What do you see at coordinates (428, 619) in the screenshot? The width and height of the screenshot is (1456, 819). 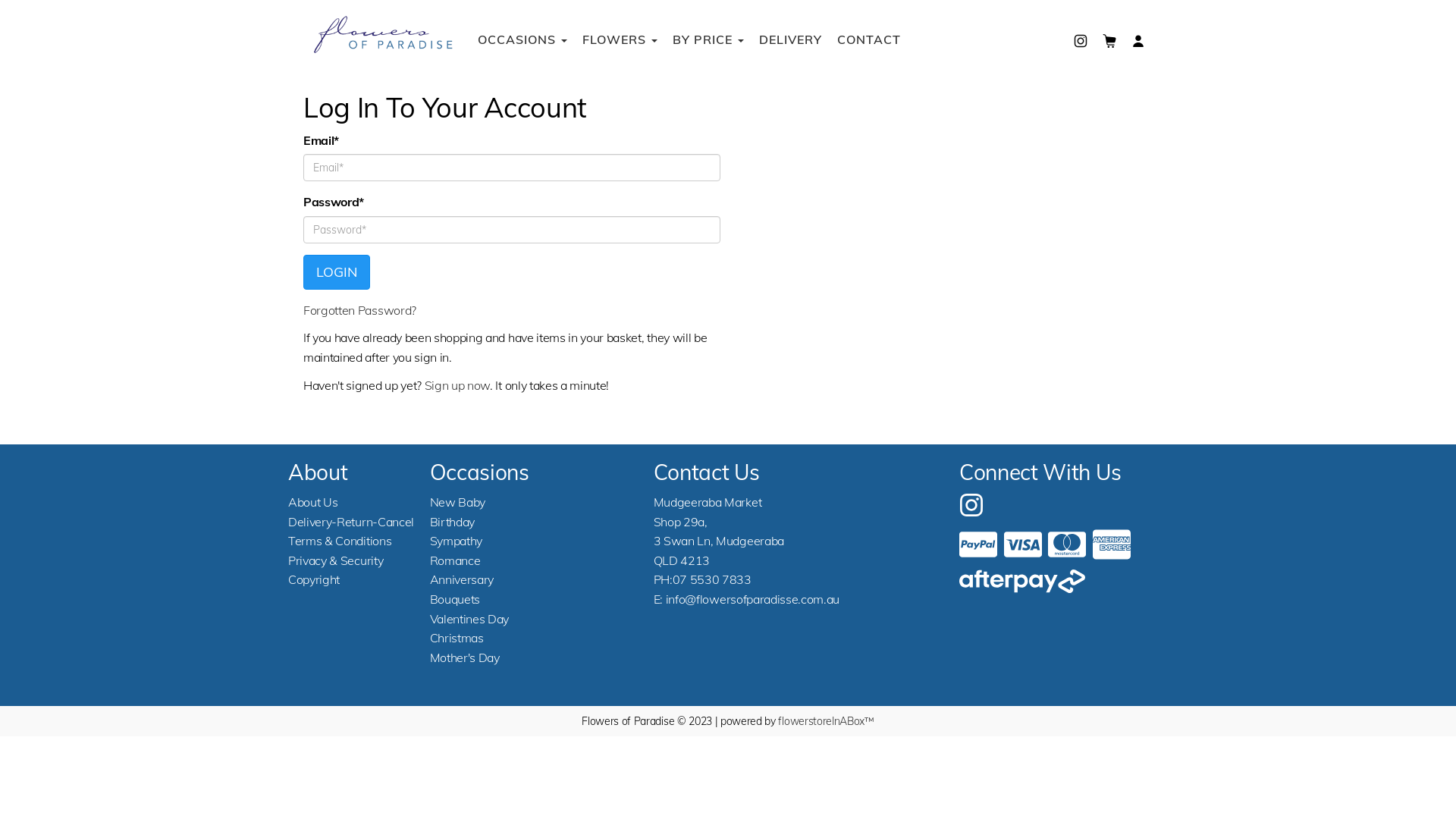 I see `'Valentines Day'` at bounding box center [428, 619].